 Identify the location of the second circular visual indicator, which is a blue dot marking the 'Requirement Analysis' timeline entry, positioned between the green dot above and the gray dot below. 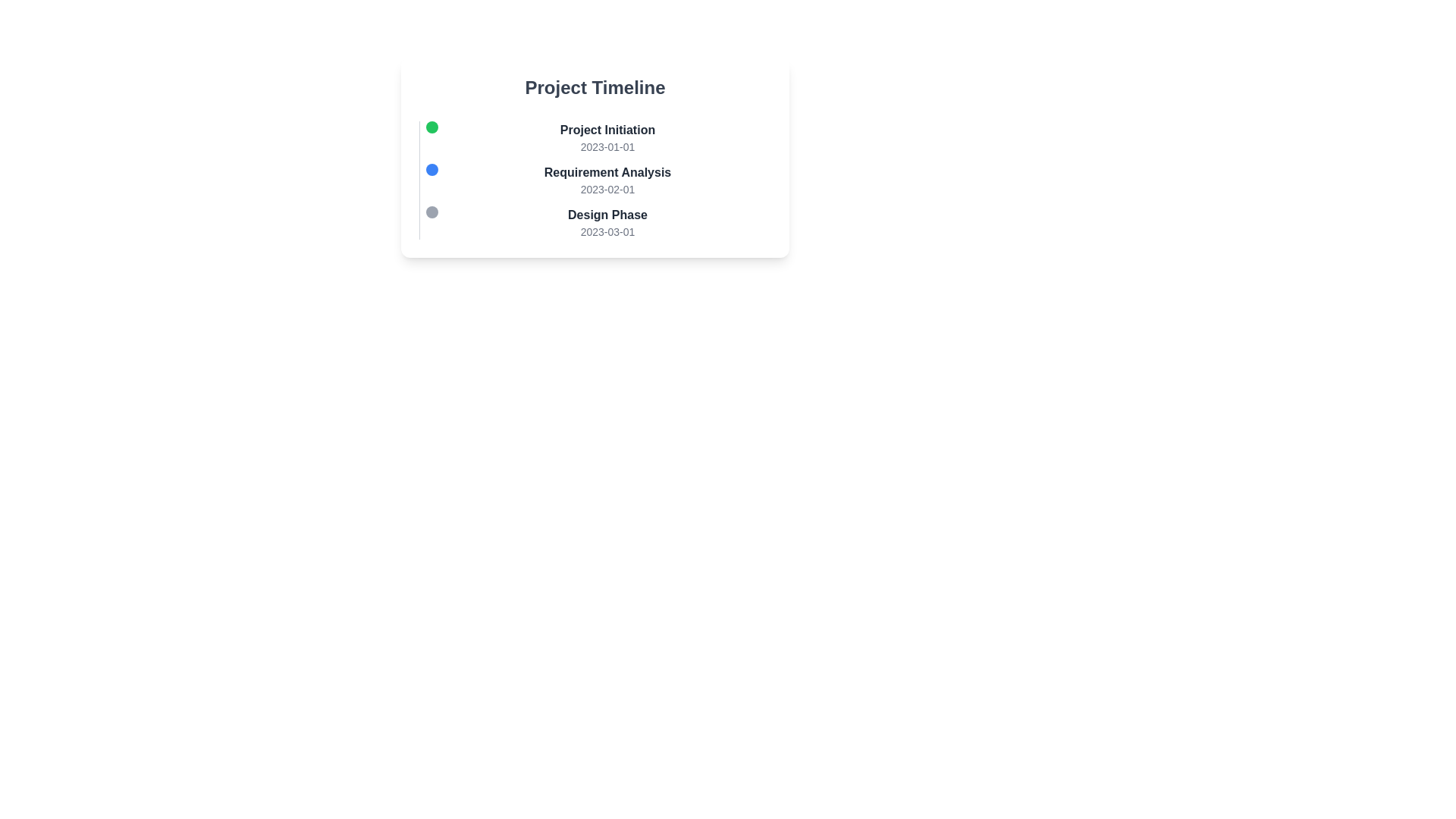
(431, 169).